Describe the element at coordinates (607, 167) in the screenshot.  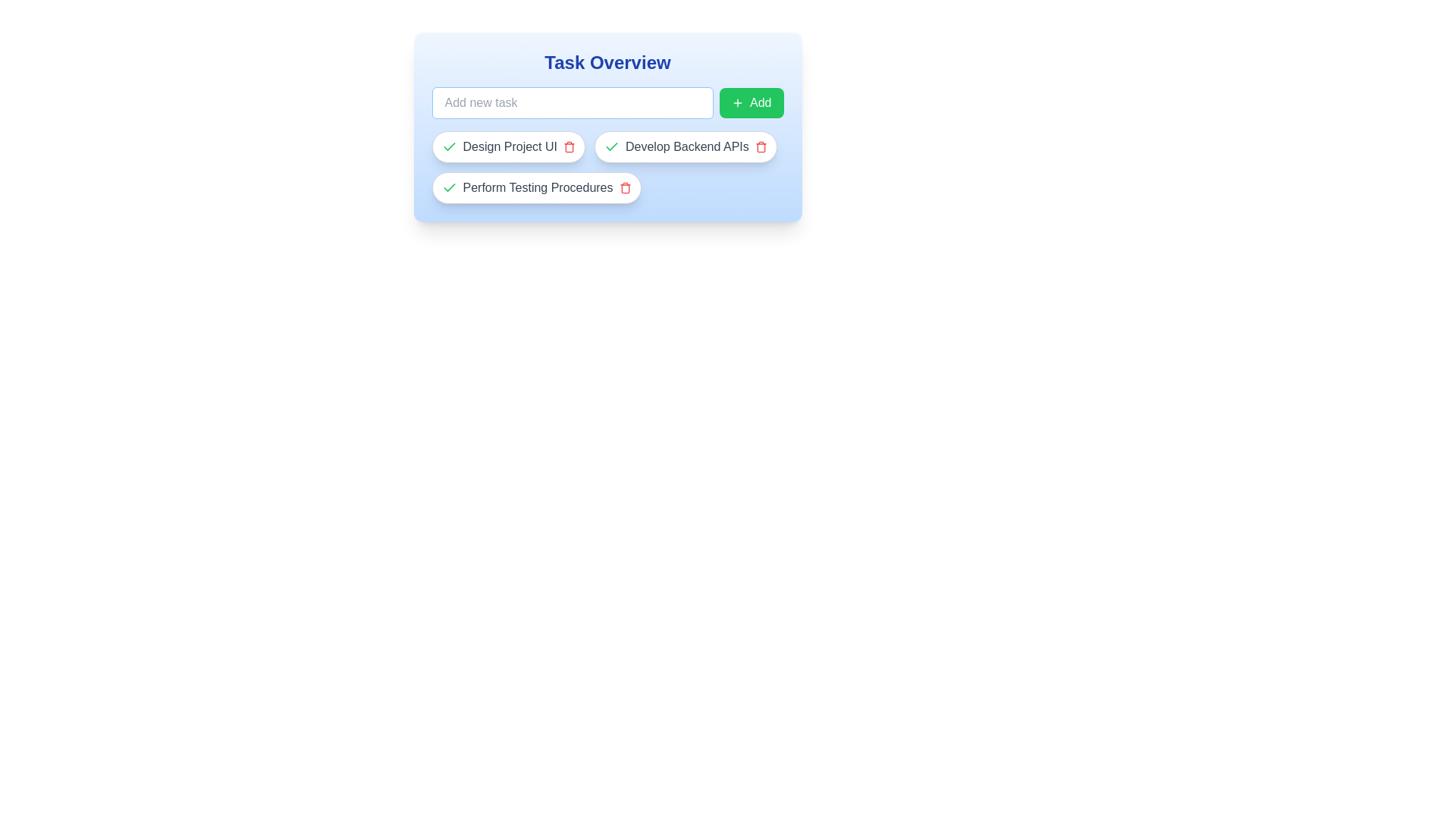
I see `the task list for better visibility` at that location.